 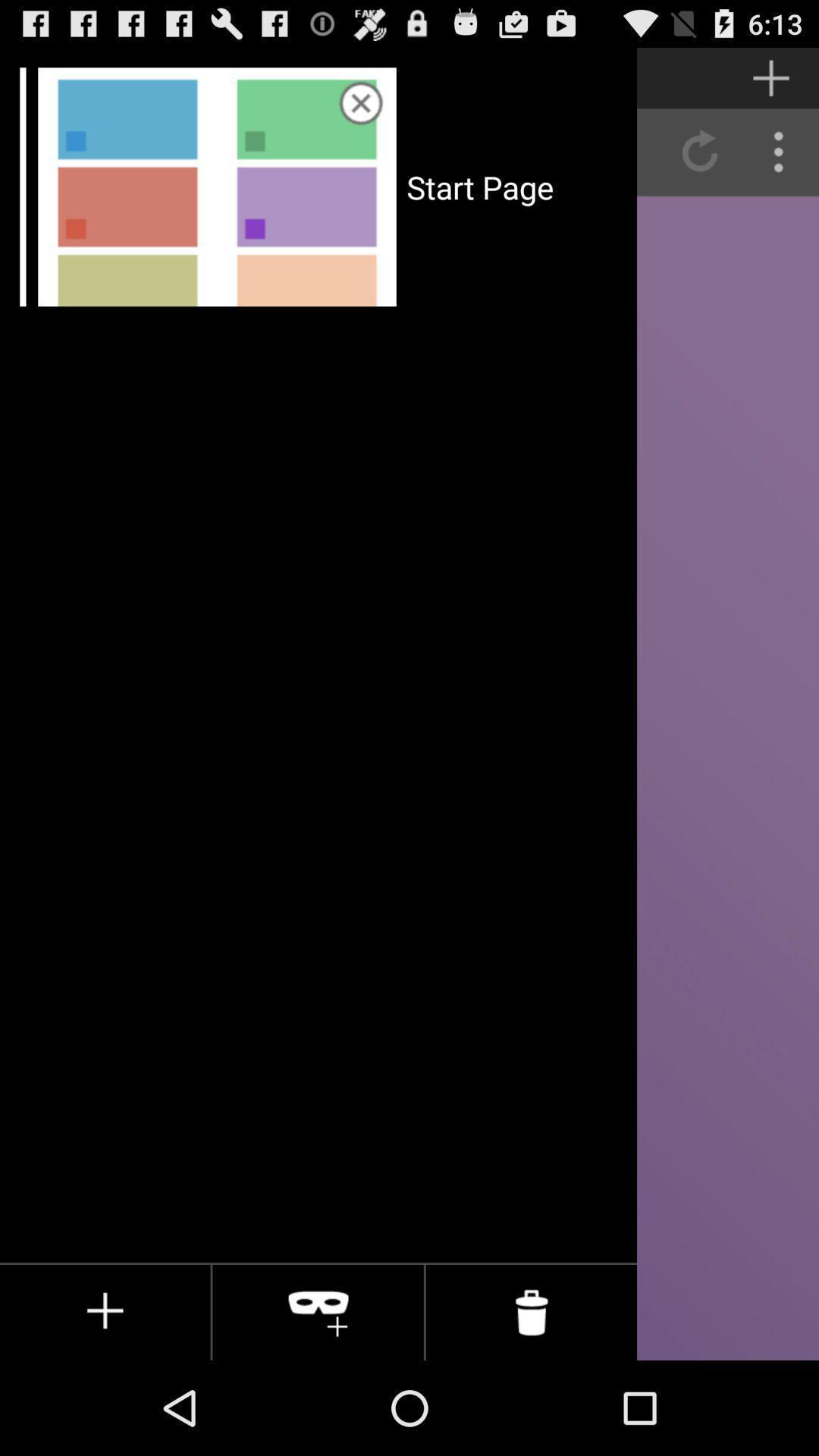 I want to click on the add icon, so click(x=771, y=83).